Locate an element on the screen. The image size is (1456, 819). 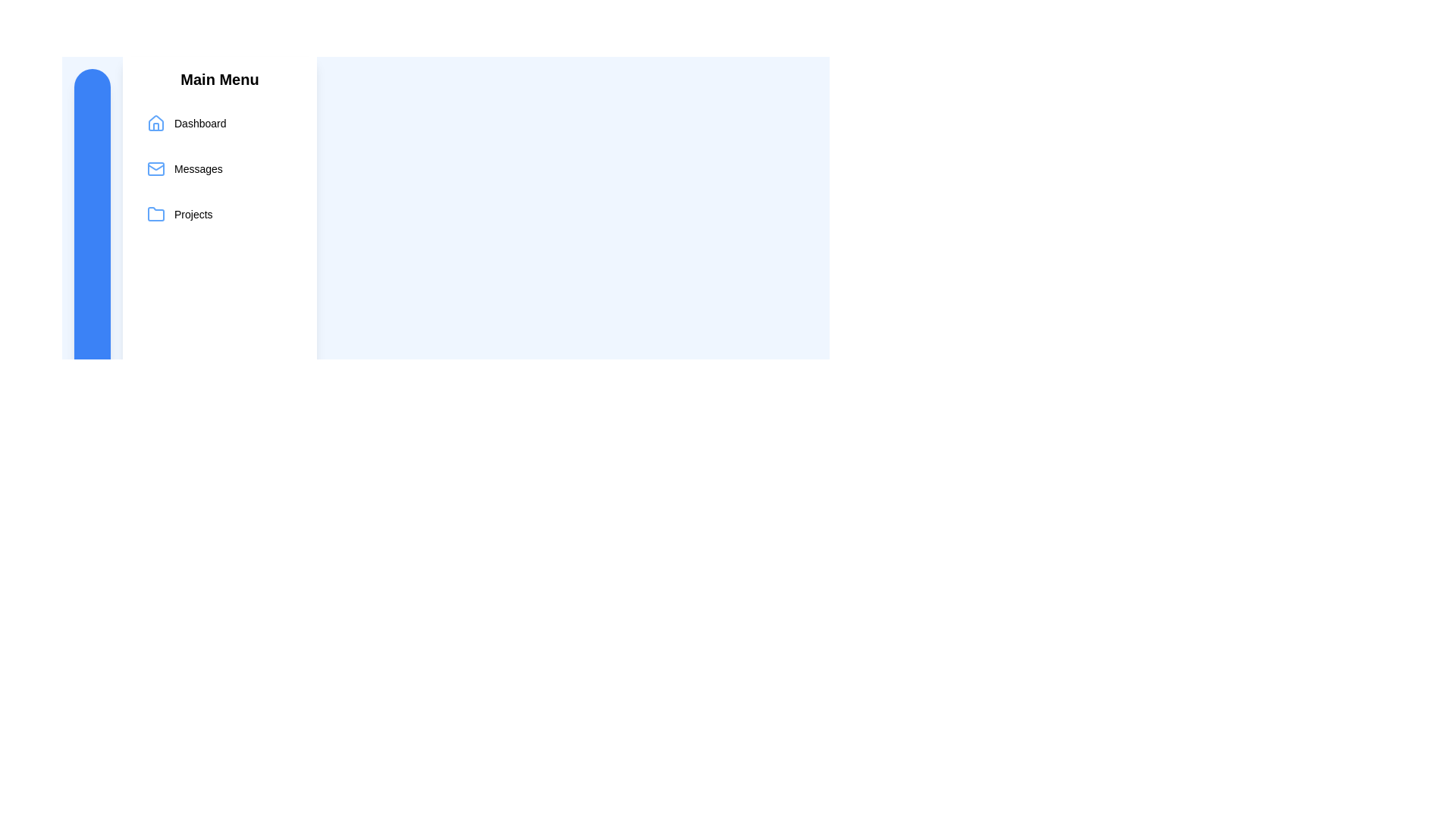
the menu item Dashboard in the drawer is located at coordinates (218, 122).